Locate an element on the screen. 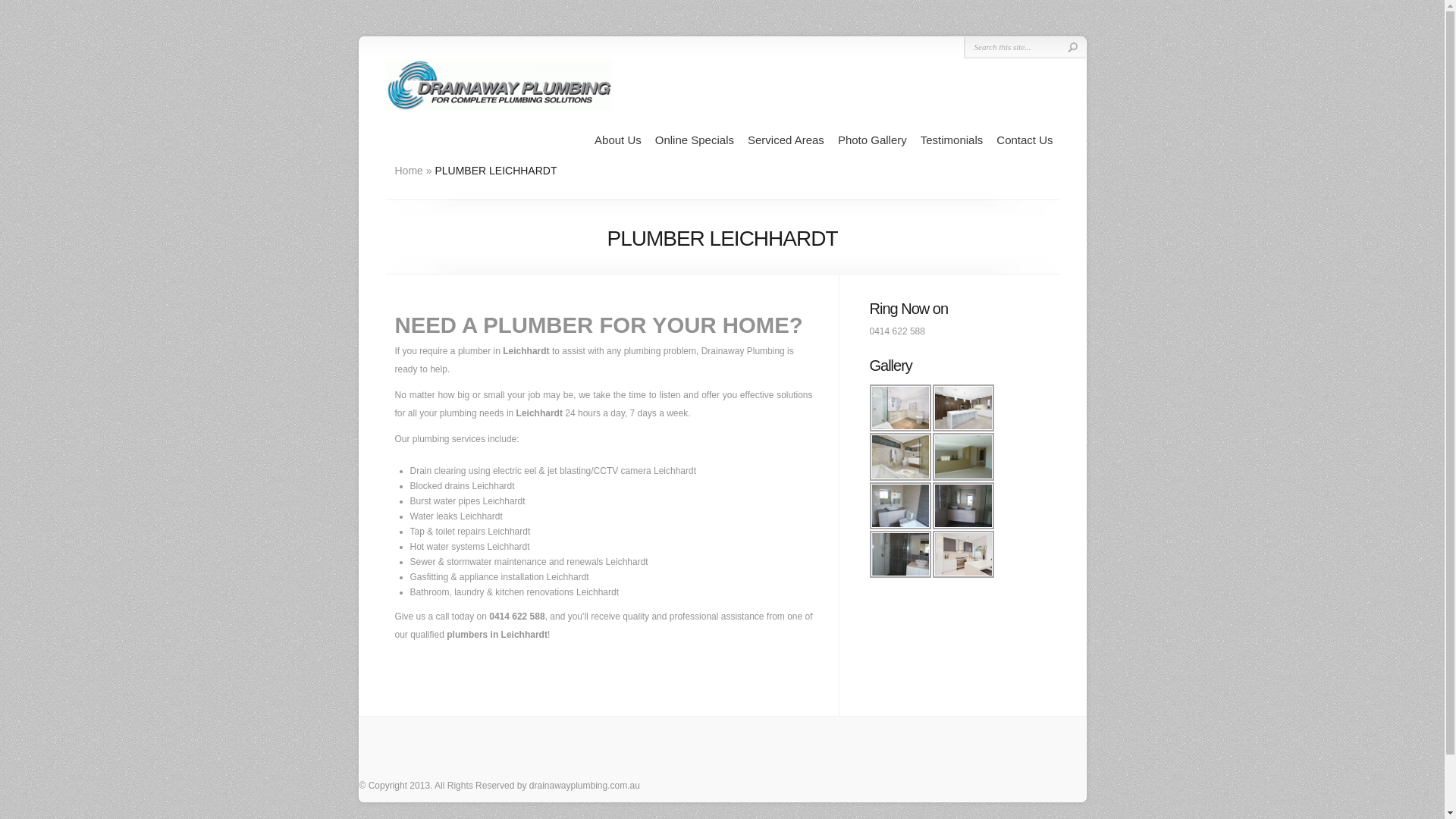 This screenshot has width=1456, height=819. 'dsc0213' is located at coordinates (962, 406).